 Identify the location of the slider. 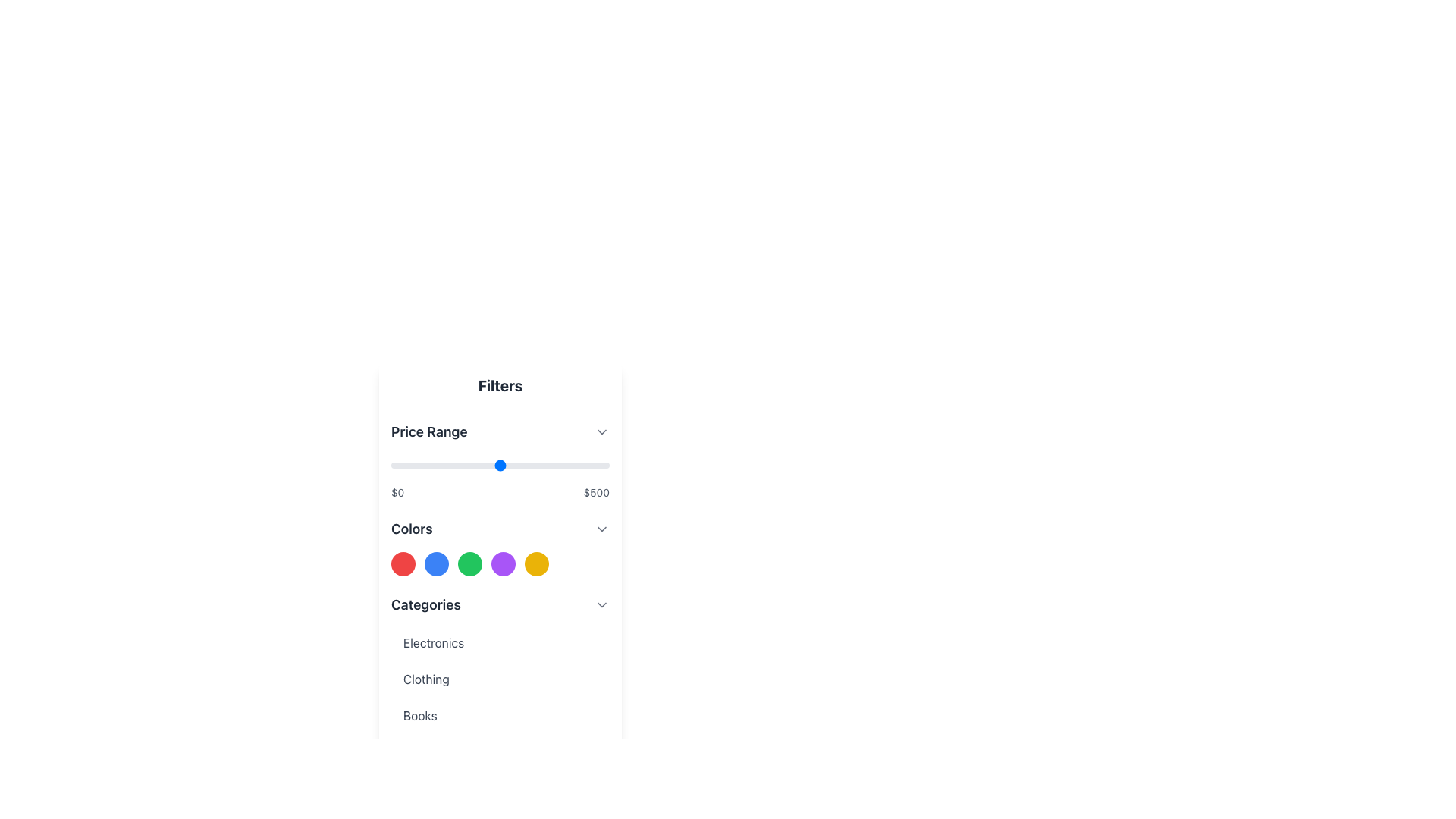
(554, 464).